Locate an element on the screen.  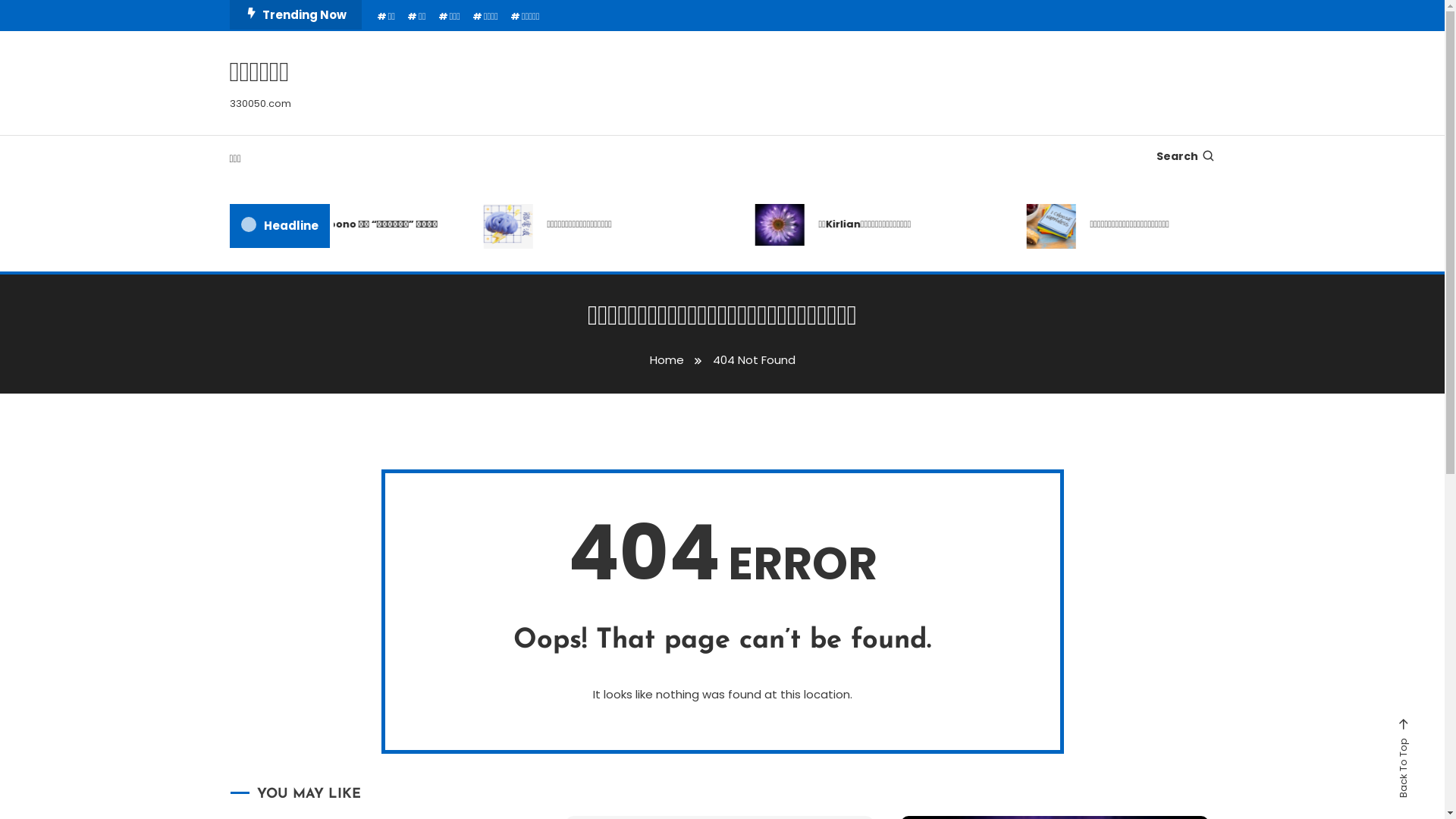
'Search' is located at coordinates (1185, 155).